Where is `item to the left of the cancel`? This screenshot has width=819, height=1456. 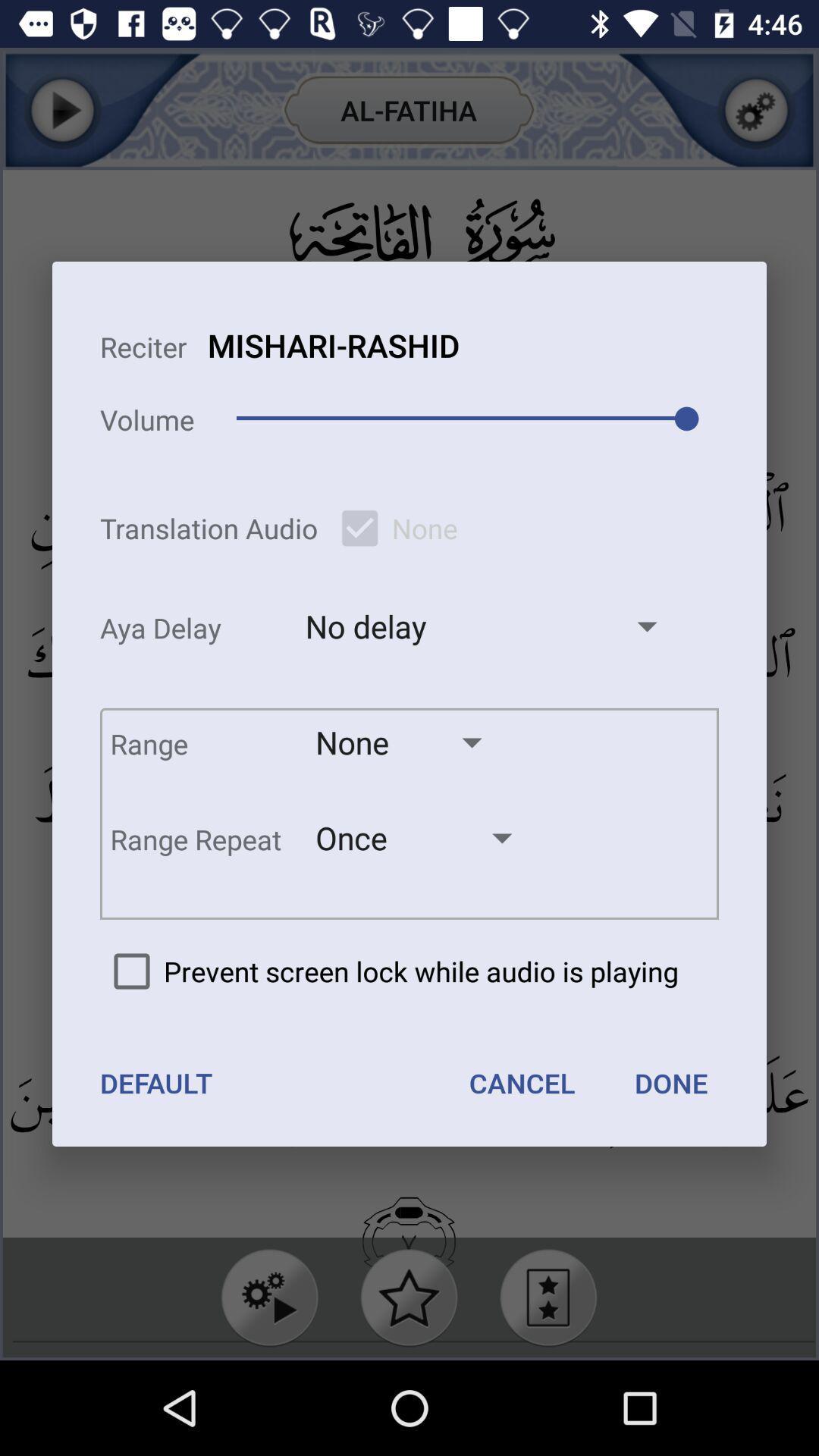 item to the left of the cancel is located at coordinates (156, 1082).